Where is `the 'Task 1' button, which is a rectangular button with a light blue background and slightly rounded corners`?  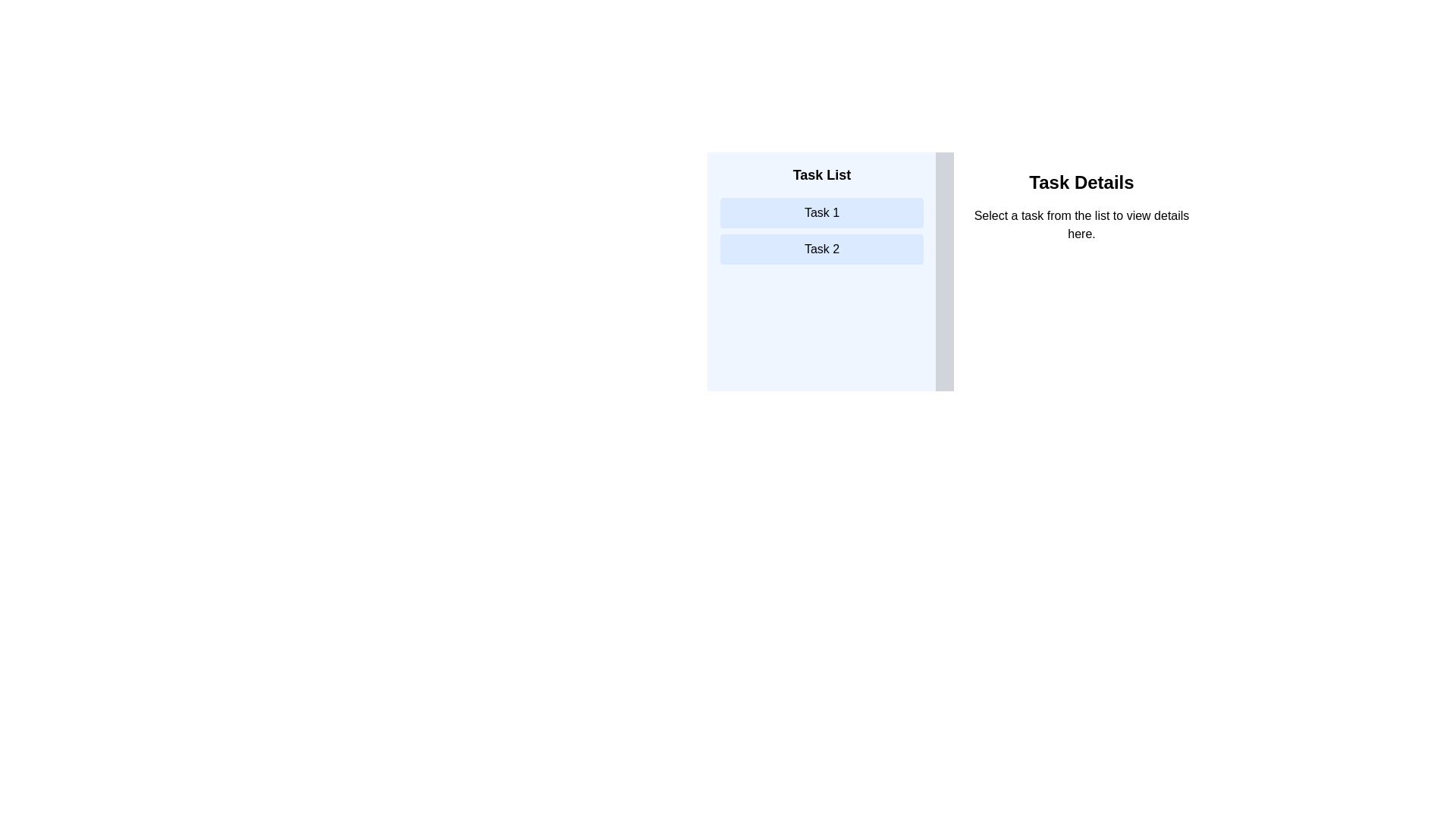 the 'Task 1' button, which is a rectangular button with a light blue background and slightly rounded corners is located at coordinates (821, 213).